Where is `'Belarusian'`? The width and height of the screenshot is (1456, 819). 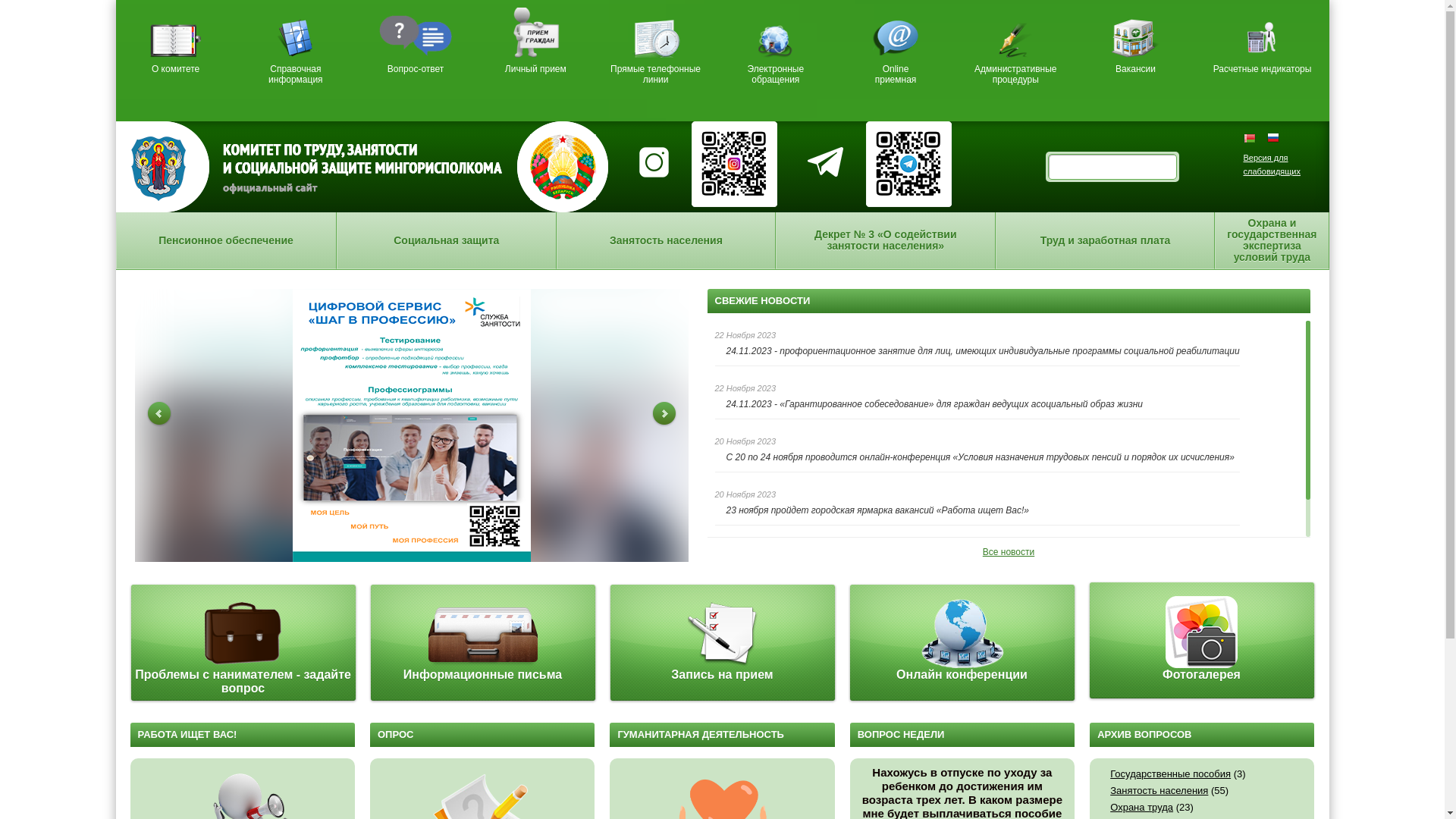 'Belarusian' is located at coordinates (1255, 137).